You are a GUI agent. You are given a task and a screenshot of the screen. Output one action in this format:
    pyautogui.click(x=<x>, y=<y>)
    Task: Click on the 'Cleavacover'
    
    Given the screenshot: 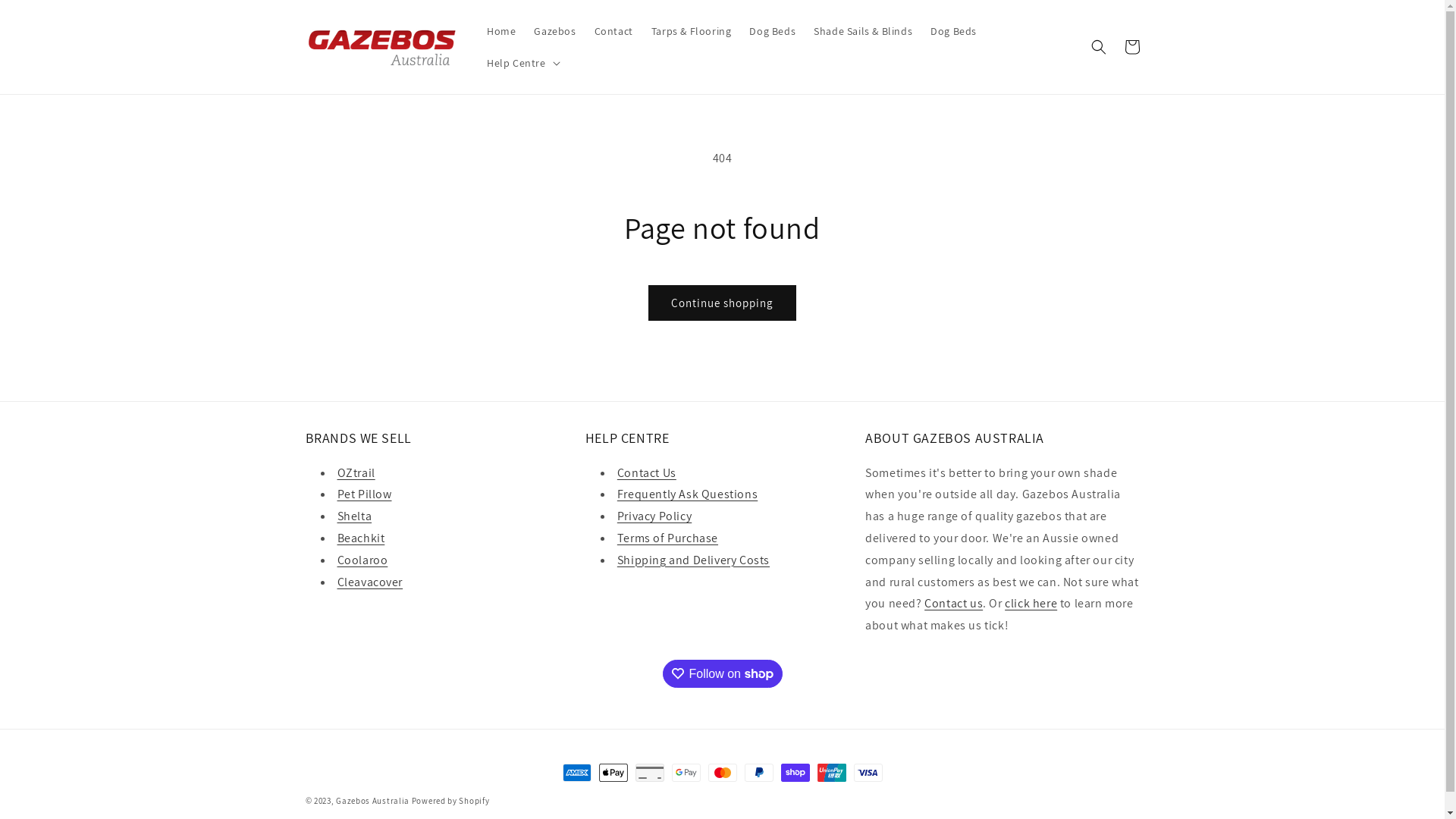 What is the action you would take?
    pyautogui.click(x=369, y=581)
    